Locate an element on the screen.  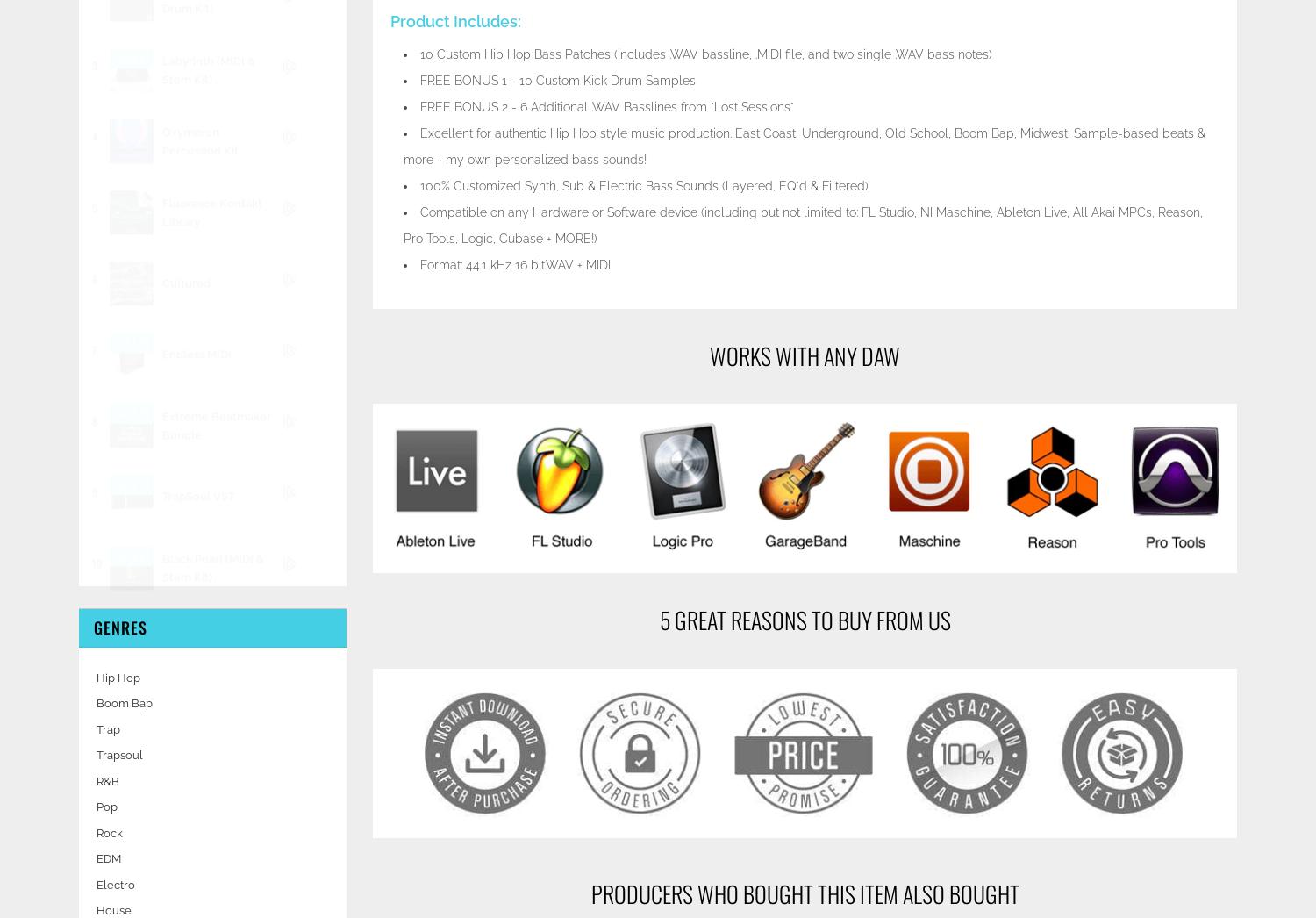
'Endless MIDI' is located at coordinates (196, 338).